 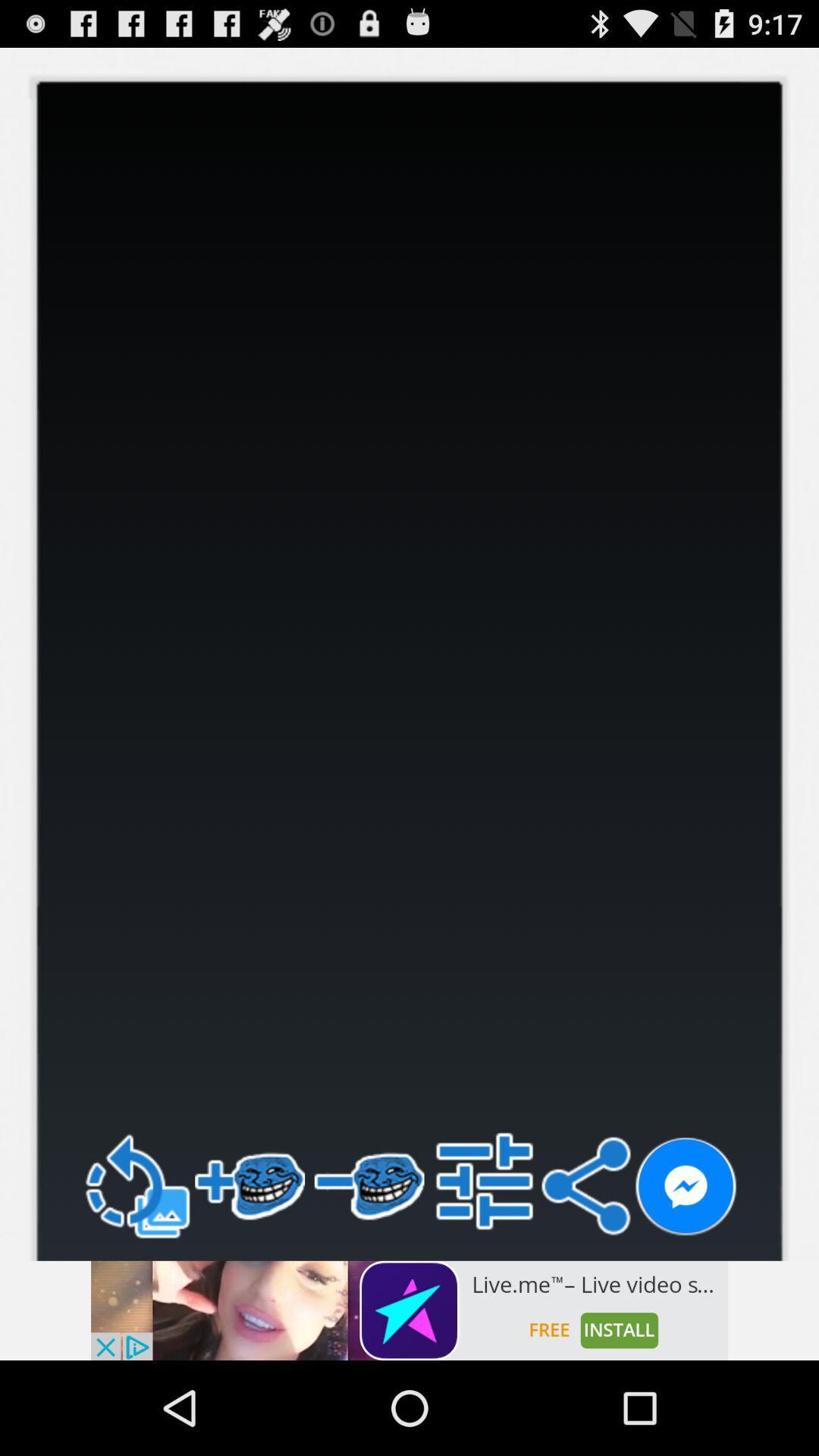 What do you see at coordinates (686, 1186) in the screenshot?
I see `share the image` at bounding box center [686, 1186].